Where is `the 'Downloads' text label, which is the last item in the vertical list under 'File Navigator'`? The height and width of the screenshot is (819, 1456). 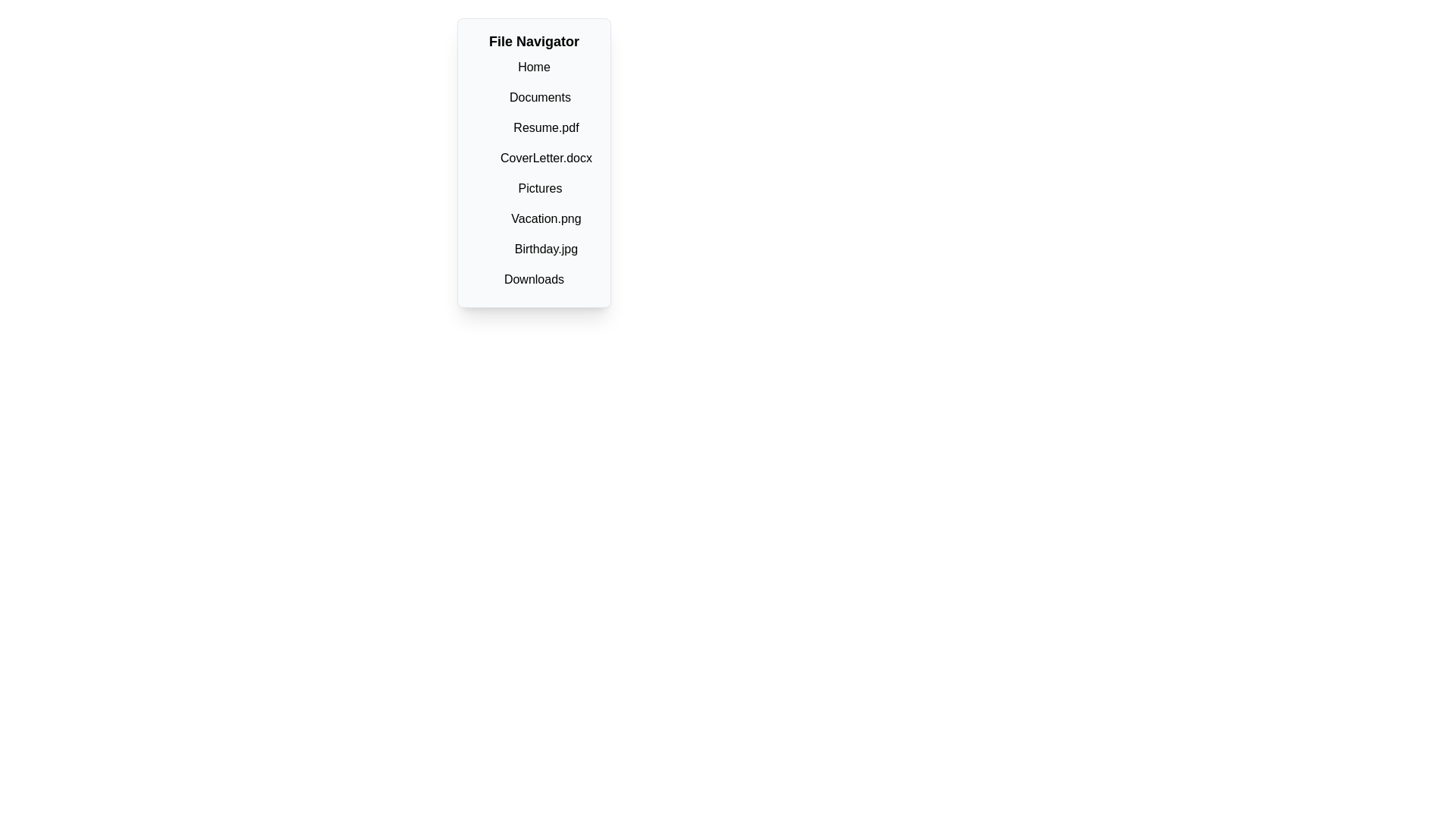
the 'Downloads' text label, which is the last item in the vertical list under 'File Navigator' is located at coordinates (534, 279).